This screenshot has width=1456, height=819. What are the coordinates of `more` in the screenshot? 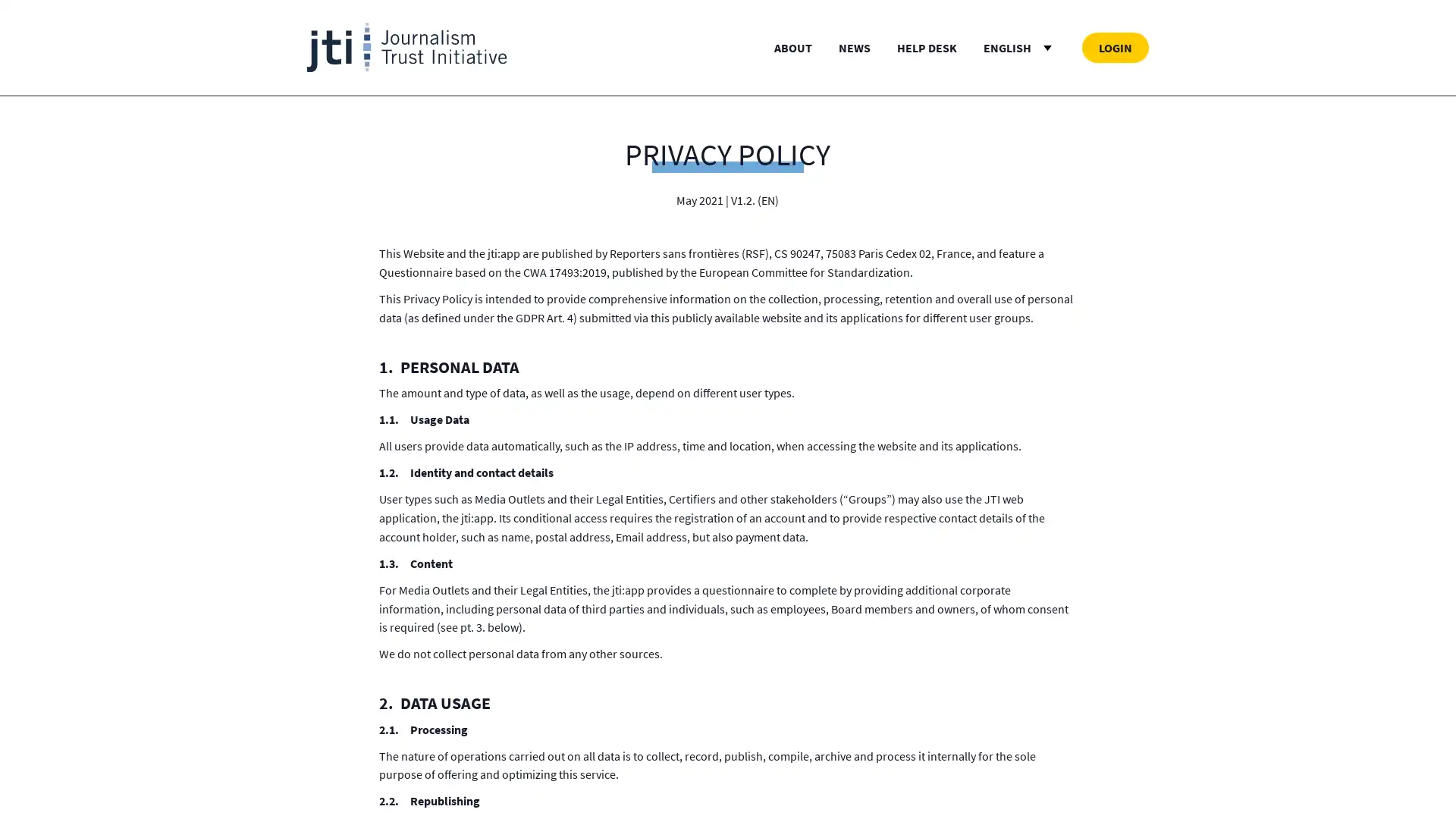 It's located at (619, 425).